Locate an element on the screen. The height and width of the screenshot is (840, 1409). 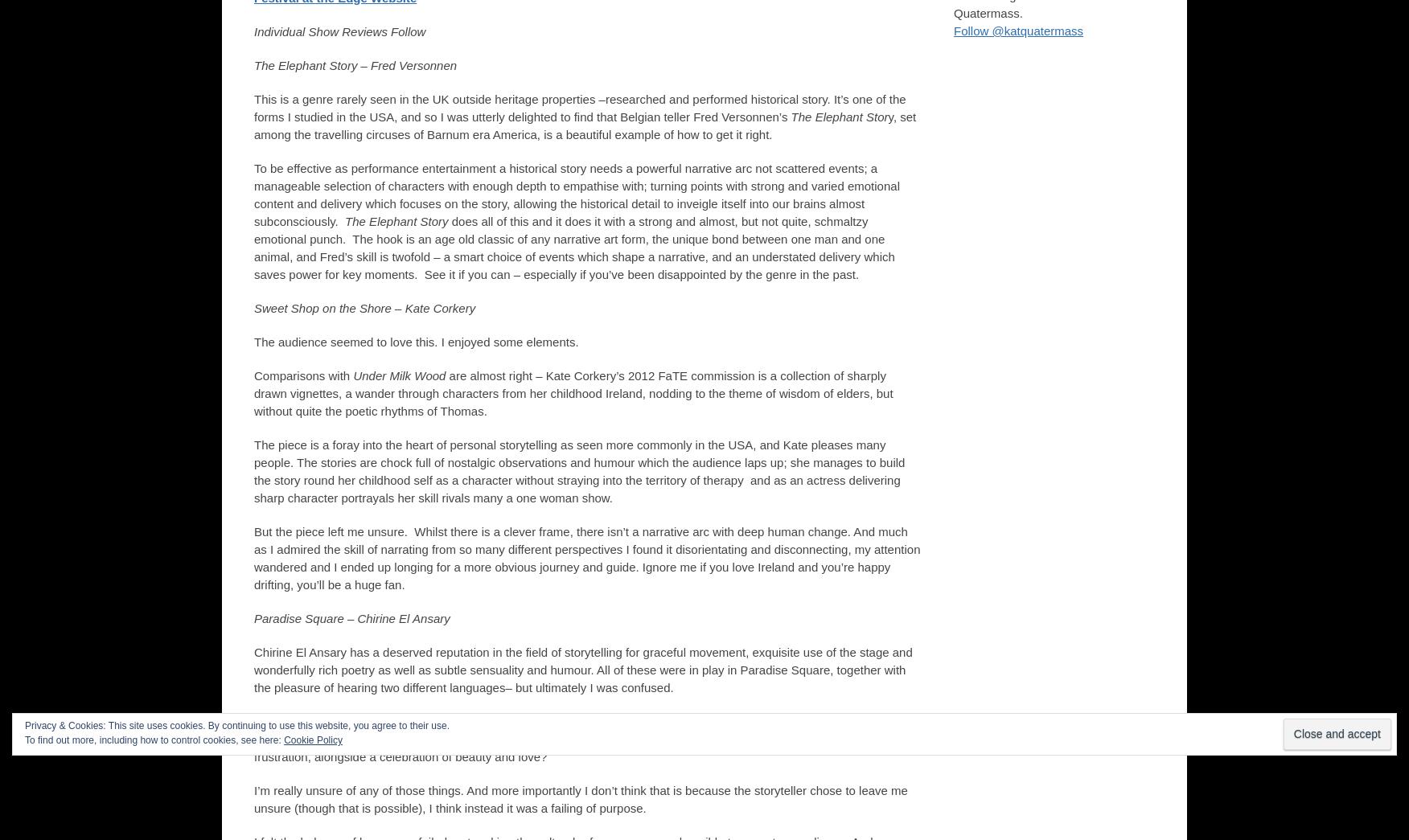
'The piece is a foray into the heart of personal storytelling as seen more commonly in the USA, and Kate pleases many people. The stories are chock full of nostalgic observations and humour which the audience laps up; she manages to build the story round her childhood self as a character without straying into the territory of therapy  and as an actress delivering sharp character portrayals her skill rivals many a one woman show.' is located at coordinates (578, 470).